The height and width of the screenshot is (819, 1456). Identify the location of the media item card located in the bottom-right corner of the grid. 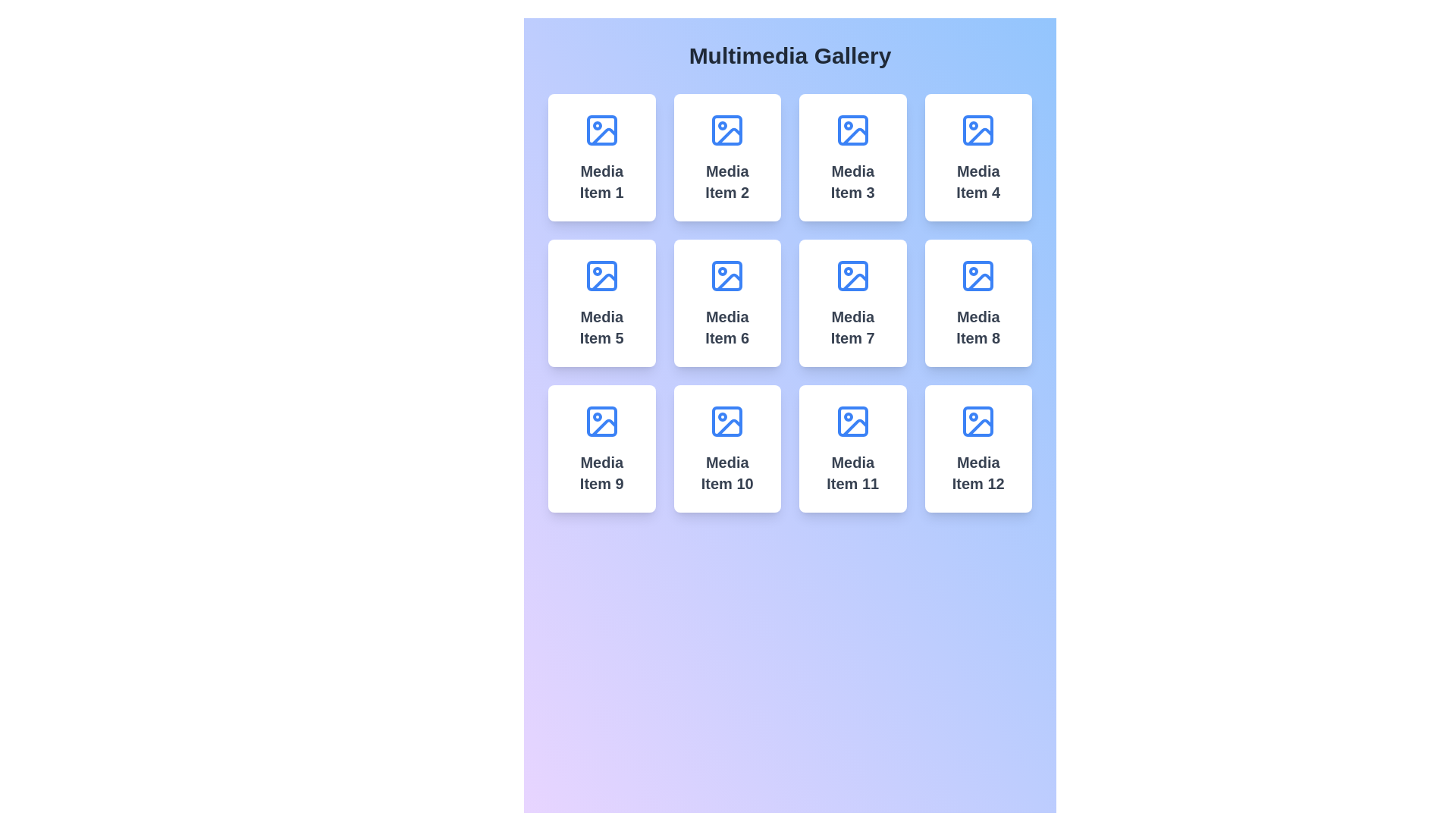
(978, 447).